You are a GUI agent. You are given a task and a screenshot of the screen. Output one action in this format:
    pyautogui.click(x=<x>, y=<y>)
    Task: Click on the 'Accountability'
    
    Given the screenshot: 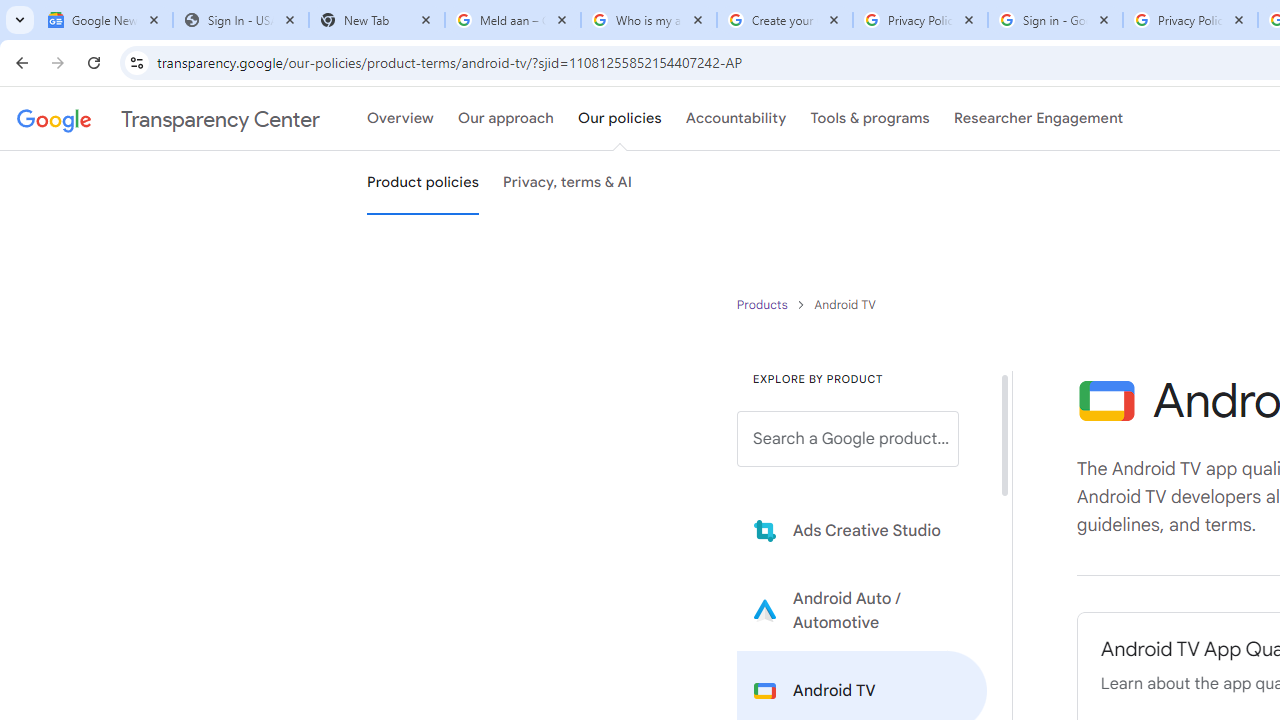 What is the action you would take?
    pyautogui.click(x=735, y=119)
    